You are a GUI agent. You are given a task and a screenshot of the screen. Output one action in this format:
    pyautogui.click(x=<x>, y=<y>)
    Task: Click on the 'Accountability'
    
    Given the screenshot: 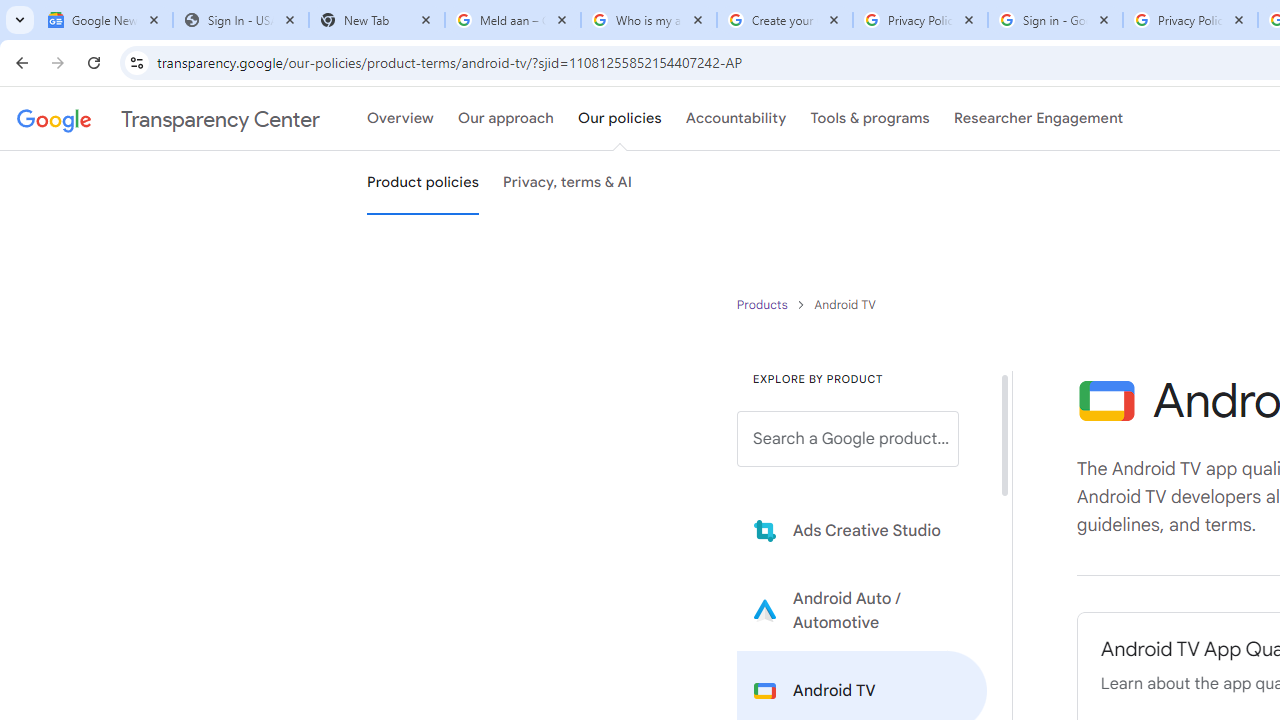 What is the action you would take?
    pyautogui.click(x=735, y=119)
    